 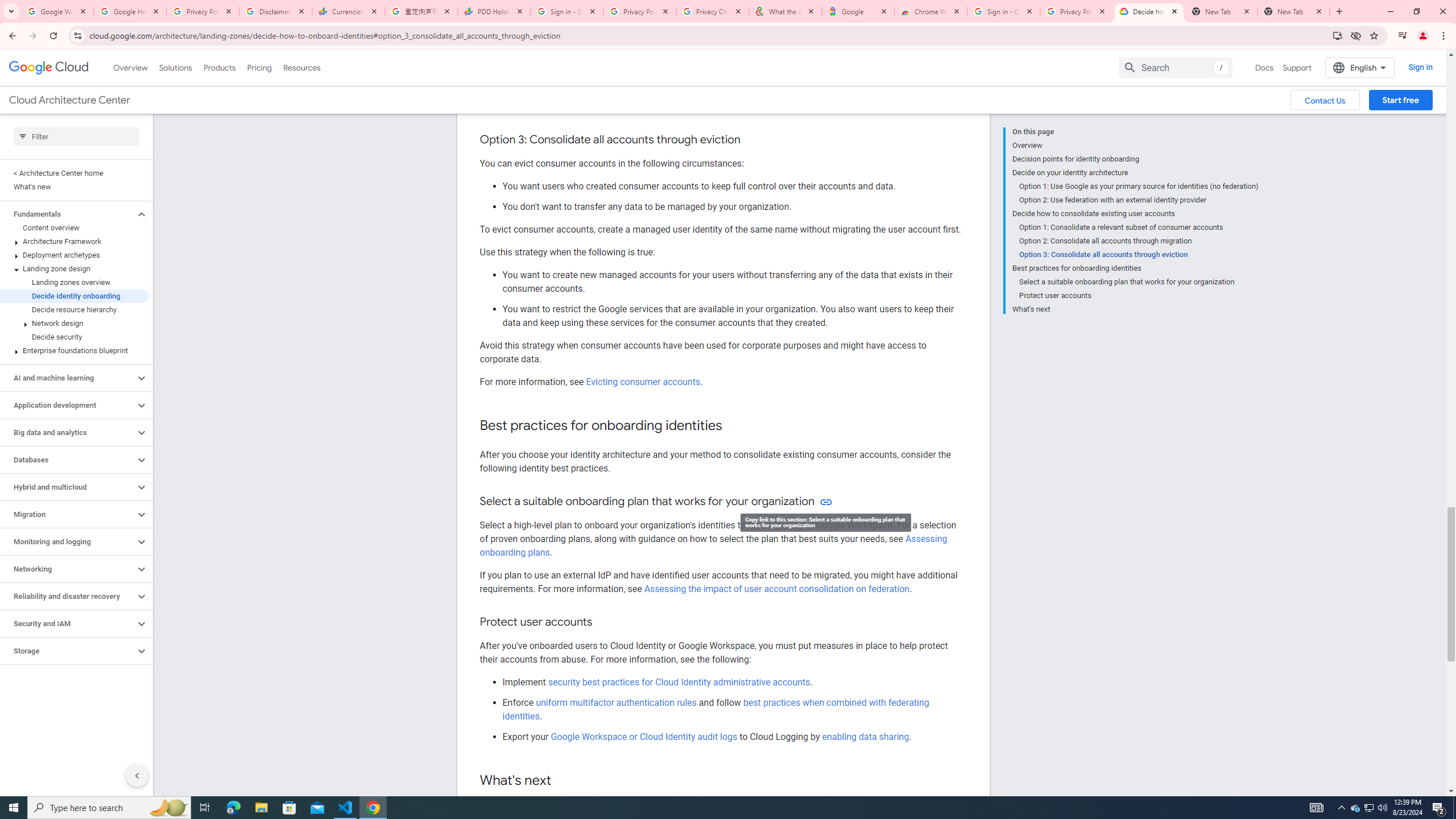 What do you see at coordinates (74, 350) in the screenshot?
I see `'Enterprise foundations blueprint'` at bounding box center [74, 350].